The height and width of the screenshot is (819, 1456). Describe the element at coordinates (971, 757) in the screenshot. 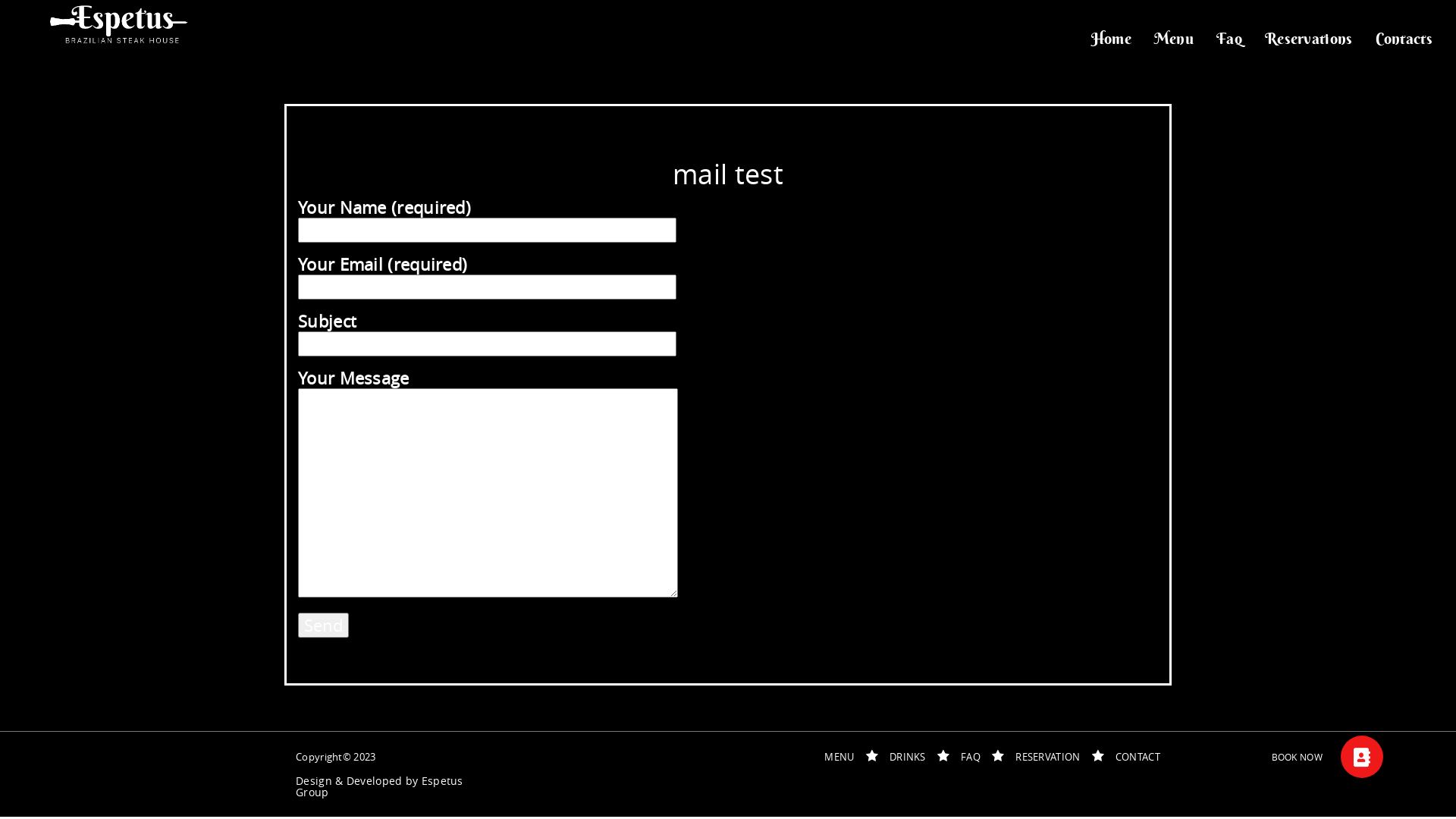

I see `'FAQ'` at that location.